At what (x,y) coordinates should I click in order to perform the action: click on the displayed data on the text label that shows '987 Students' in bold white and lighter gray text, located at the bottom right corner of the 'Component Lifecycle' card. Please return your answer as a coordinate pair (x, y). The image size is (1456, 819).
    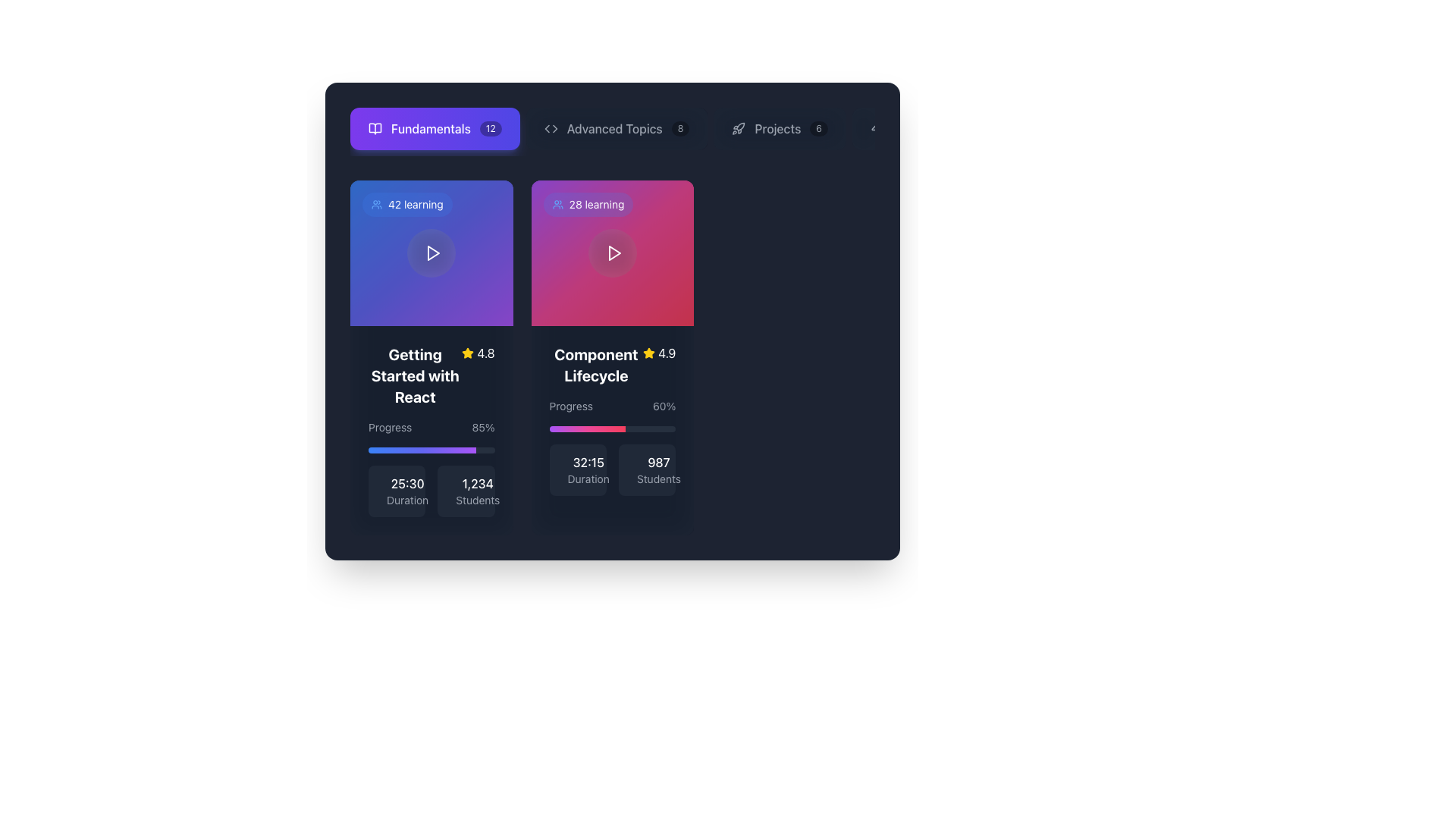
    Looking at the image, I should click on (658, 469).